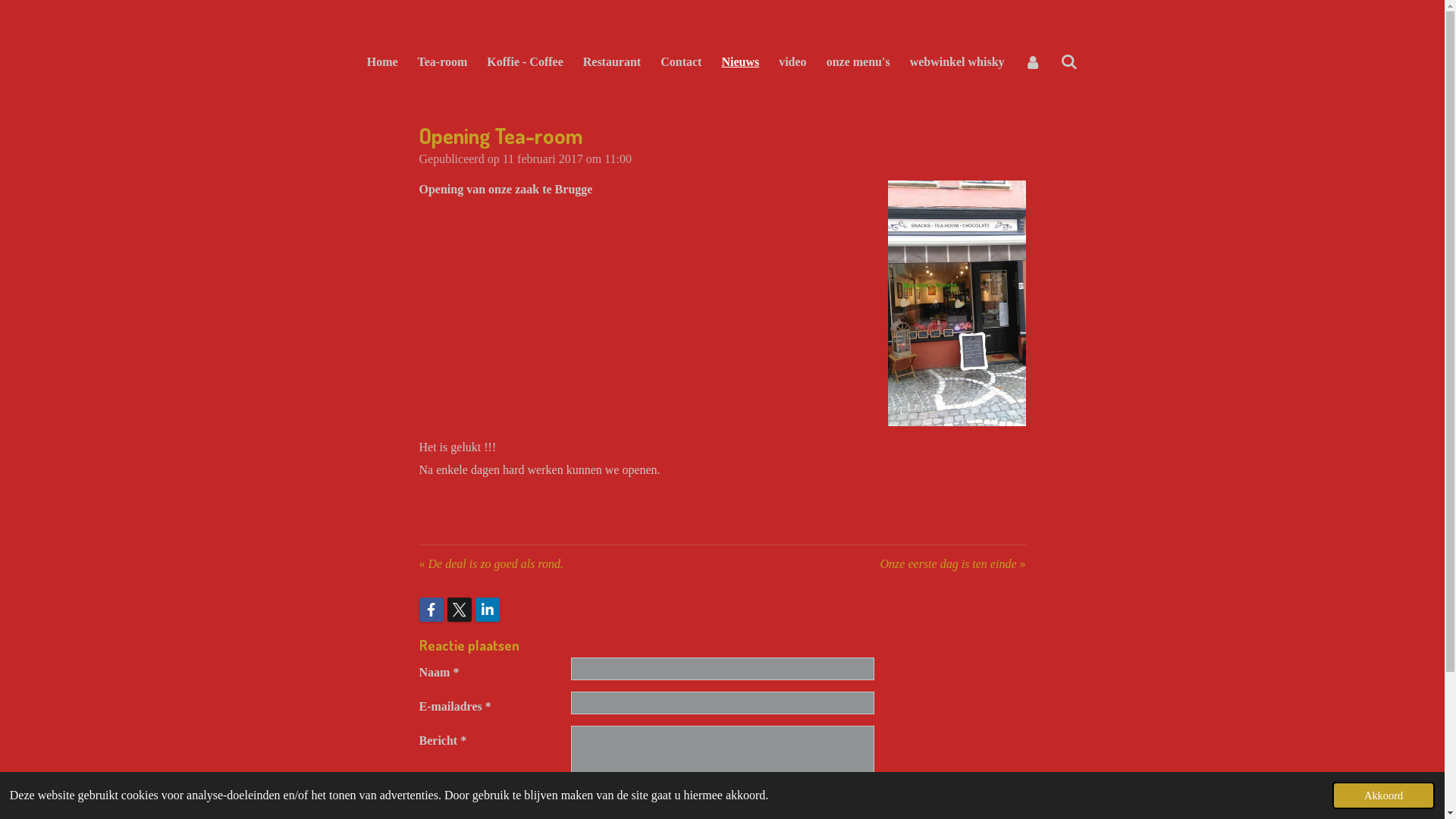 The width and height of the screenshot is (1456, 819). I want to click on 'Tea-room', so click(442, 61).